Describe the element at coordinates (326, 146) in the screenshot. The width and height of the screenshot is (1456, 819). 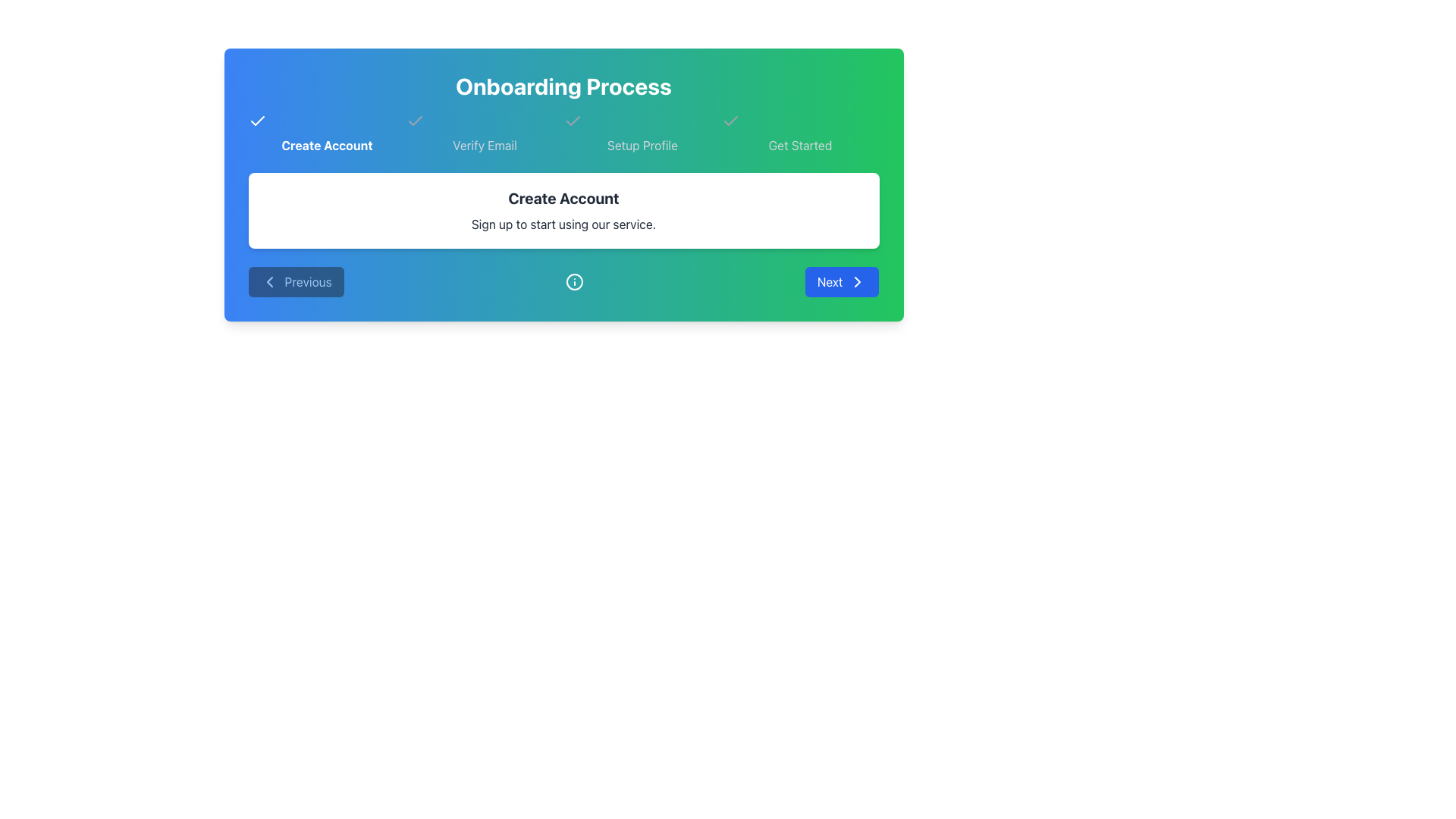
I see `the text label indicating the current step in the onboarding process, which is positioned as the first step in the sequence of steps in the navigation bar` at that location.